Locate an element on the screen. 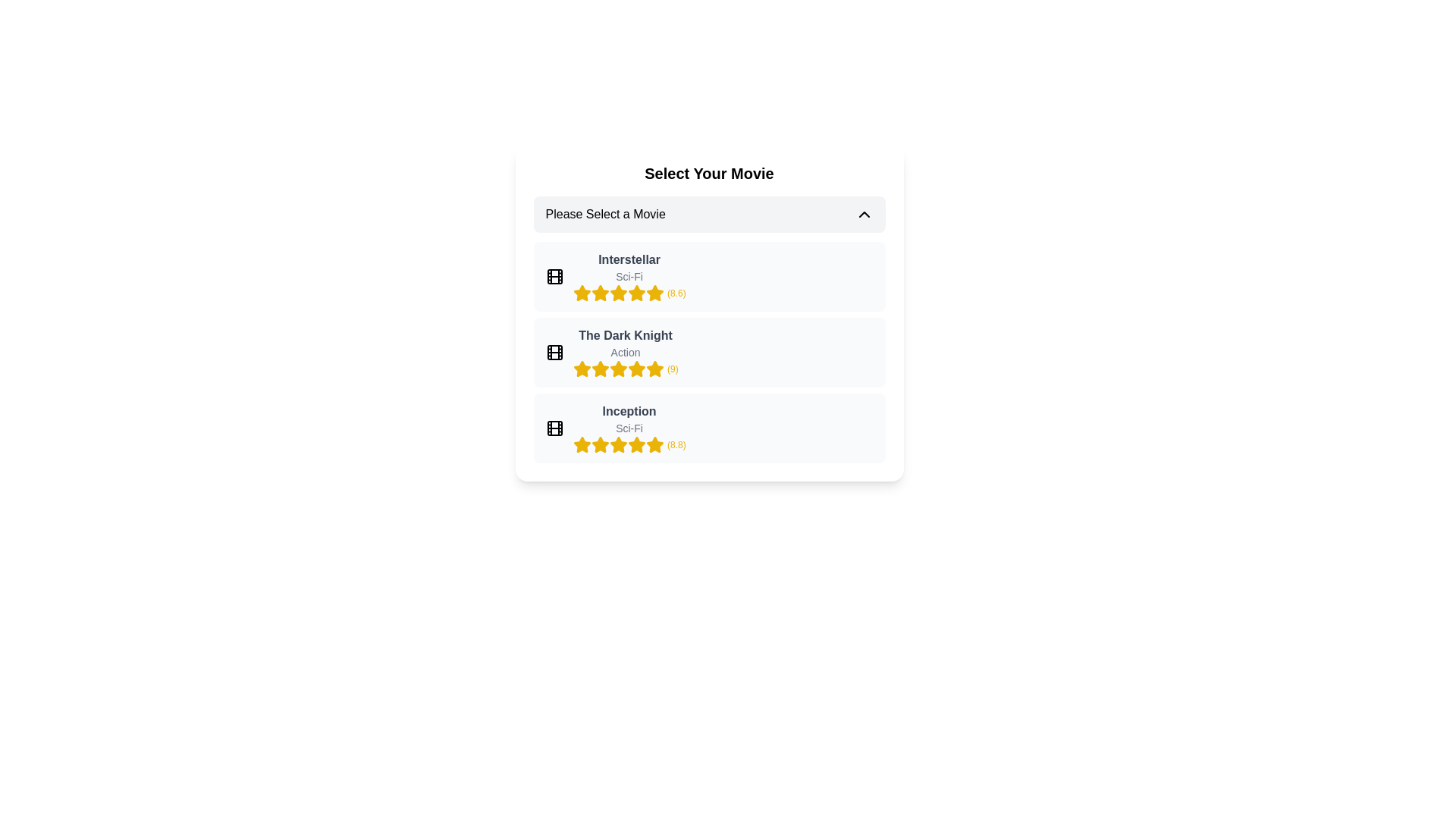 The height and width of the screenshot is (819, 1456). the Movie information display element for 'The Dark Knight', which is the second item in the movie list is located at coordinates (626, 353).